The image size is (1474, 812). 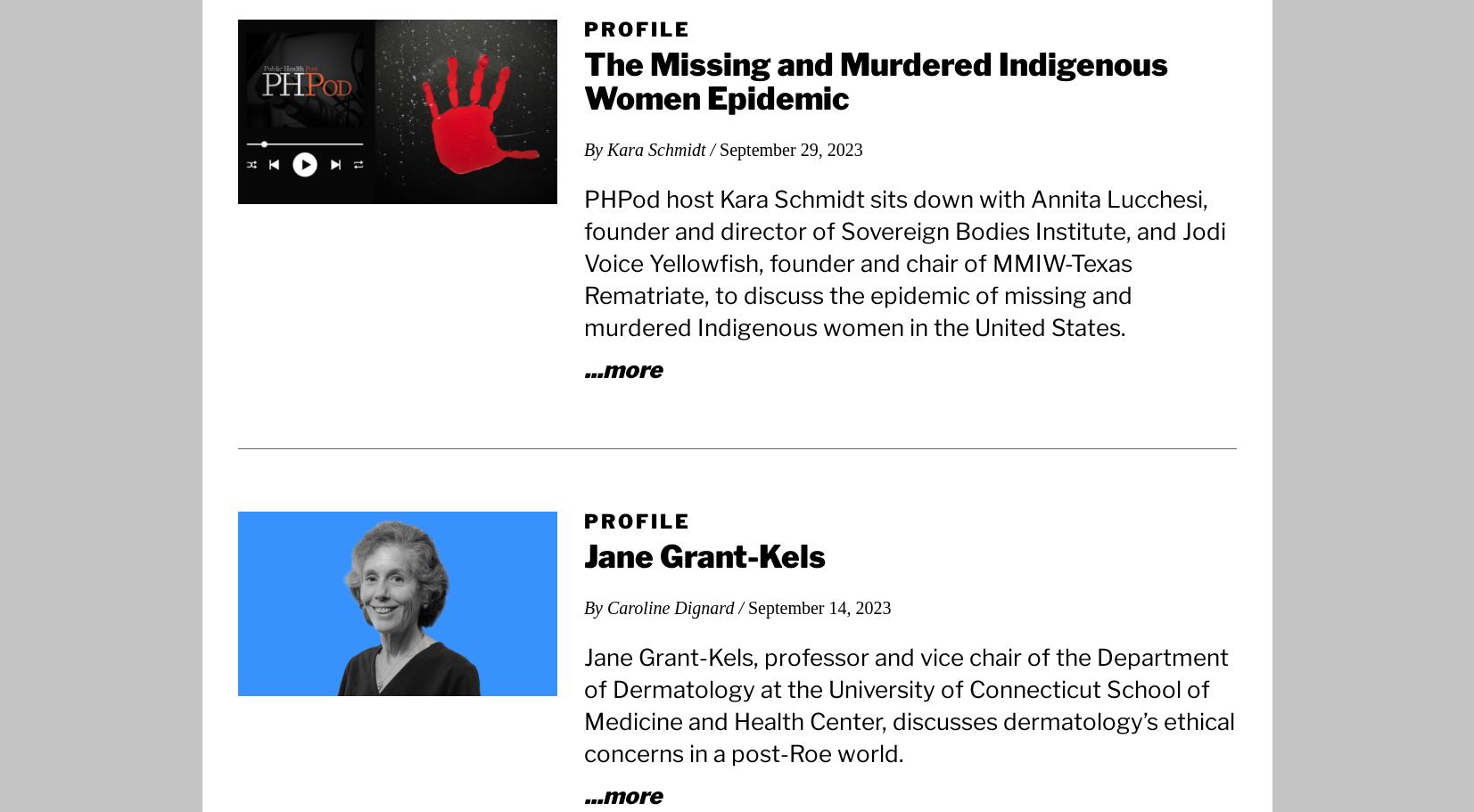 I want to click on 'PHPod host Kara Schmidt sits down with Annita Lucchesi, founder and director of Sovereign Bodies Institute, and Jodi Voice Yellowfish, founder and chair of MMIW-Texas Rematriate, to discuss the epidemic of missing and murdered Indigenous women in the United States.', so click(x=903, y=262).